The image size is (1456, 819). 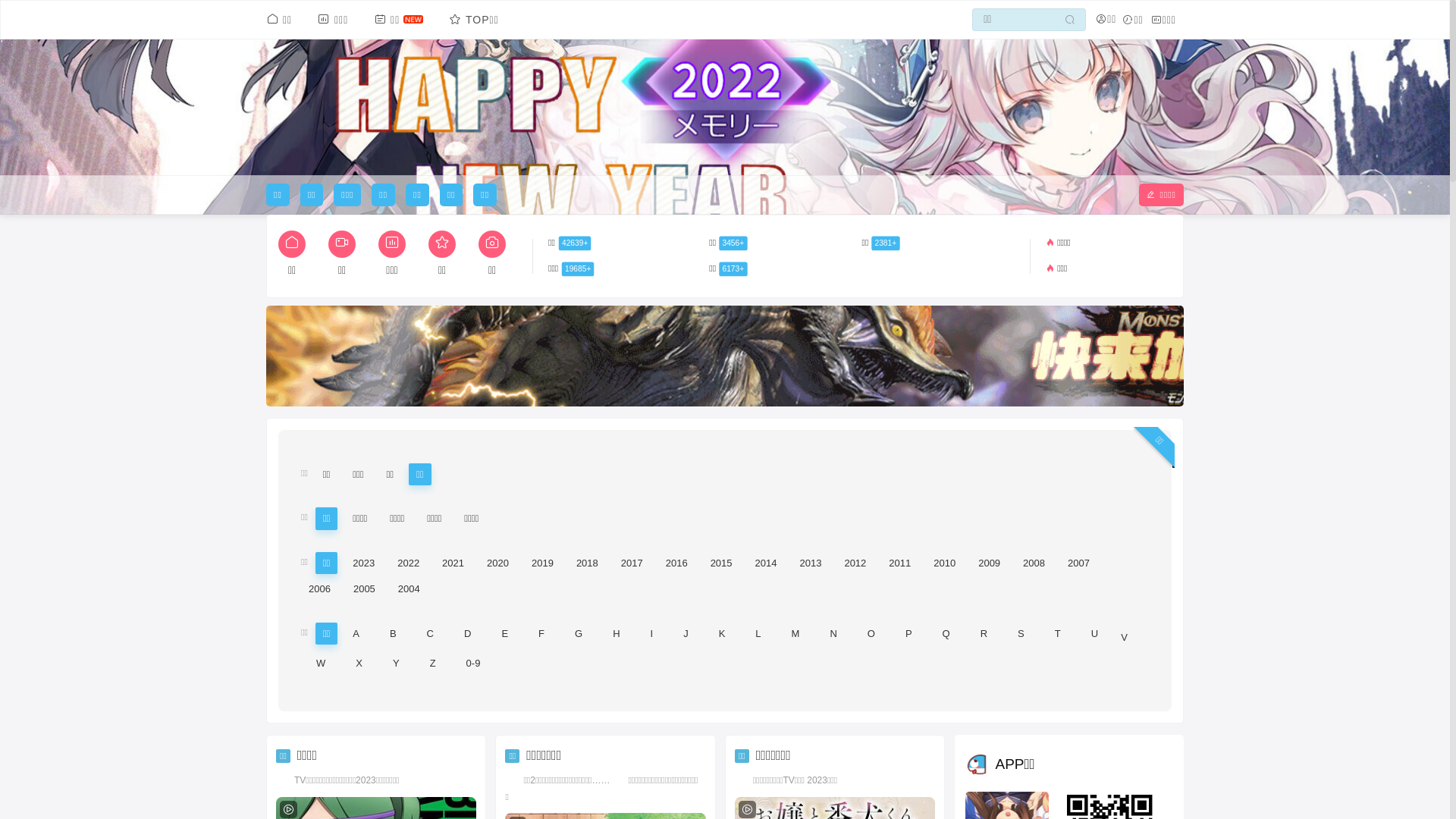 I want to click on '2005', so click(x=364, y=588).